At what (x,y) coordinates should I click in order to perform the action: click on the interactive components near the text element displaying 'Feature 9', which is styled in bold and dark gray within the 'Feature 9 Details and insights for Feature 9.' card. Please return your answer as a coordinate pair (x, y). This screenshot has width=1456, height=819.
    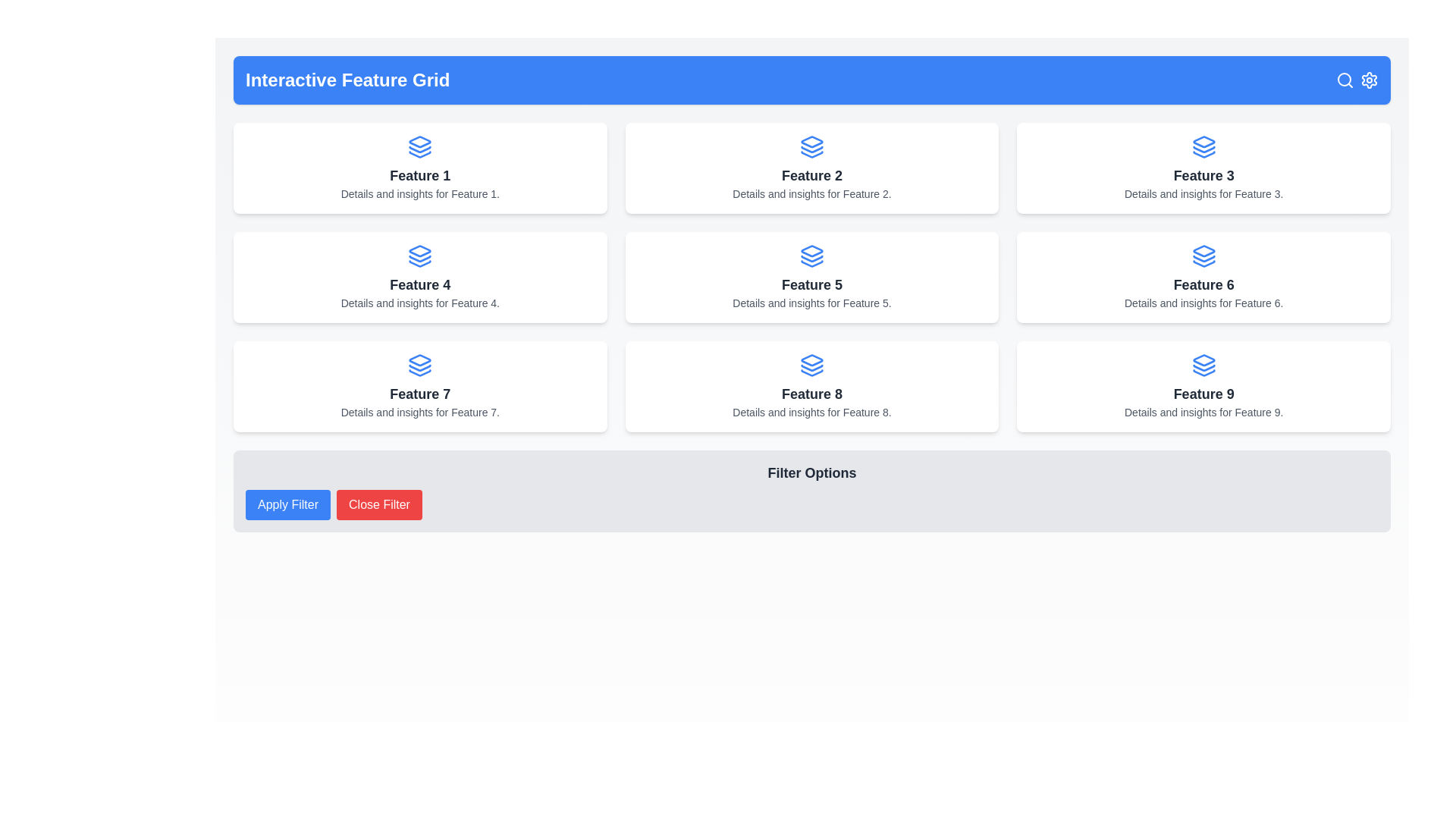
    Looking at the image, I should click on (1203, 394).